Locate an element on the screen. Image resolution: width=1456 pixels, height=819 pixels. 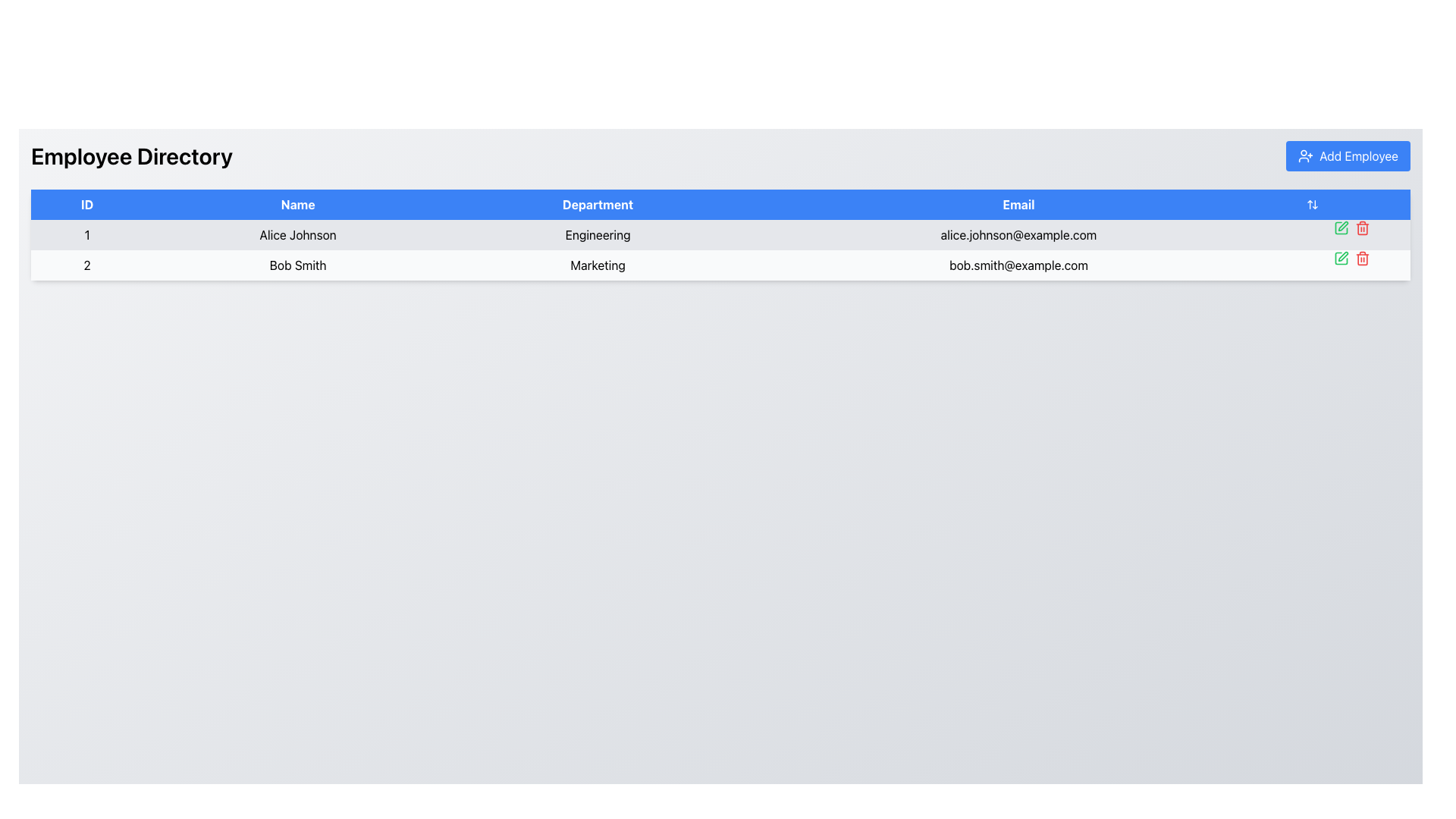
the button located at the top-right corner of the page header in the 'Employee Directory' section is located at coordinates (1348, 155).